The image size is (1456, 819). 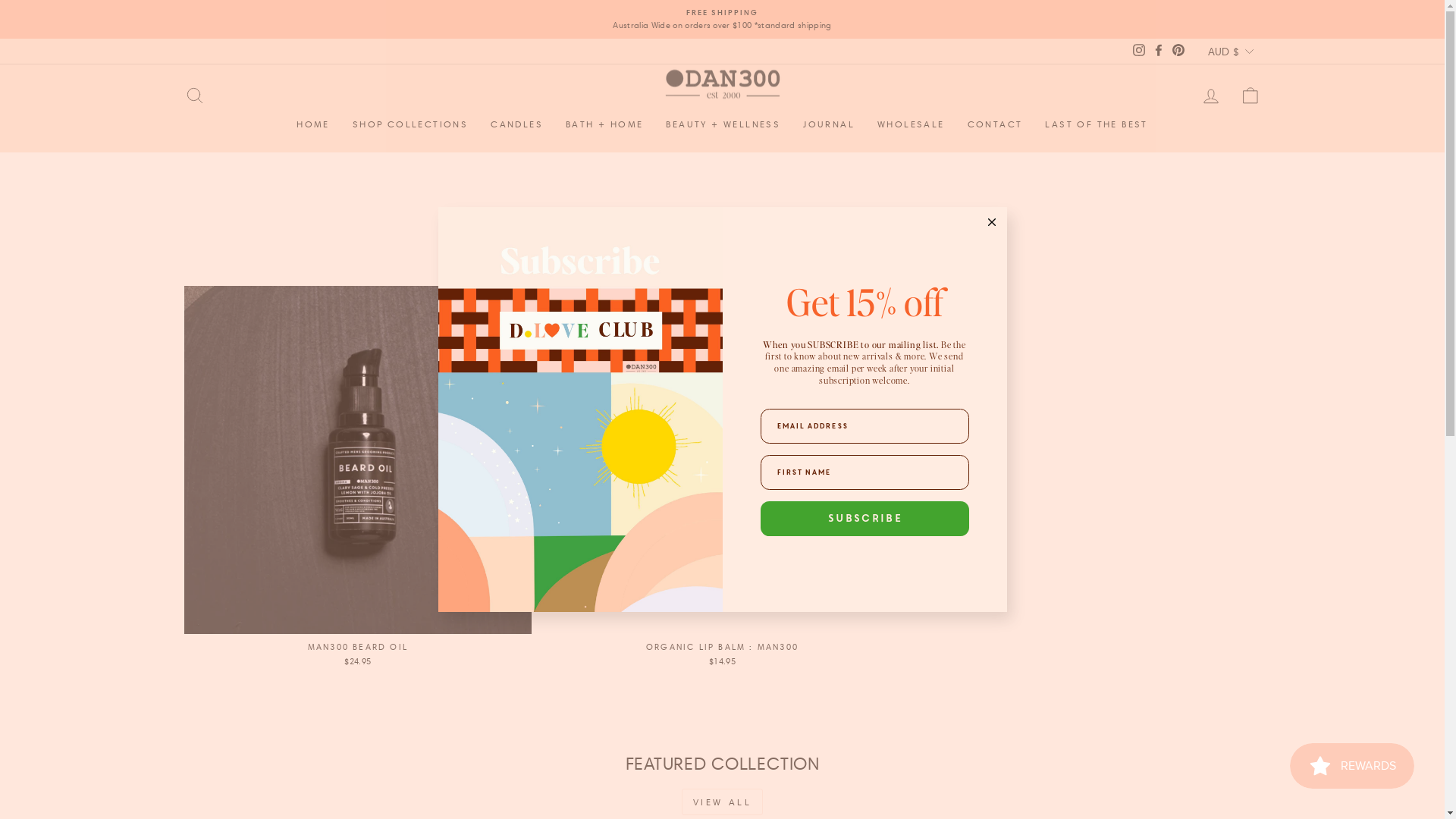 What do you see at coordinates (356, 479) in the screenshot?
I see `'MAN300 BEARD OIL` at bounding box center [356, 479].